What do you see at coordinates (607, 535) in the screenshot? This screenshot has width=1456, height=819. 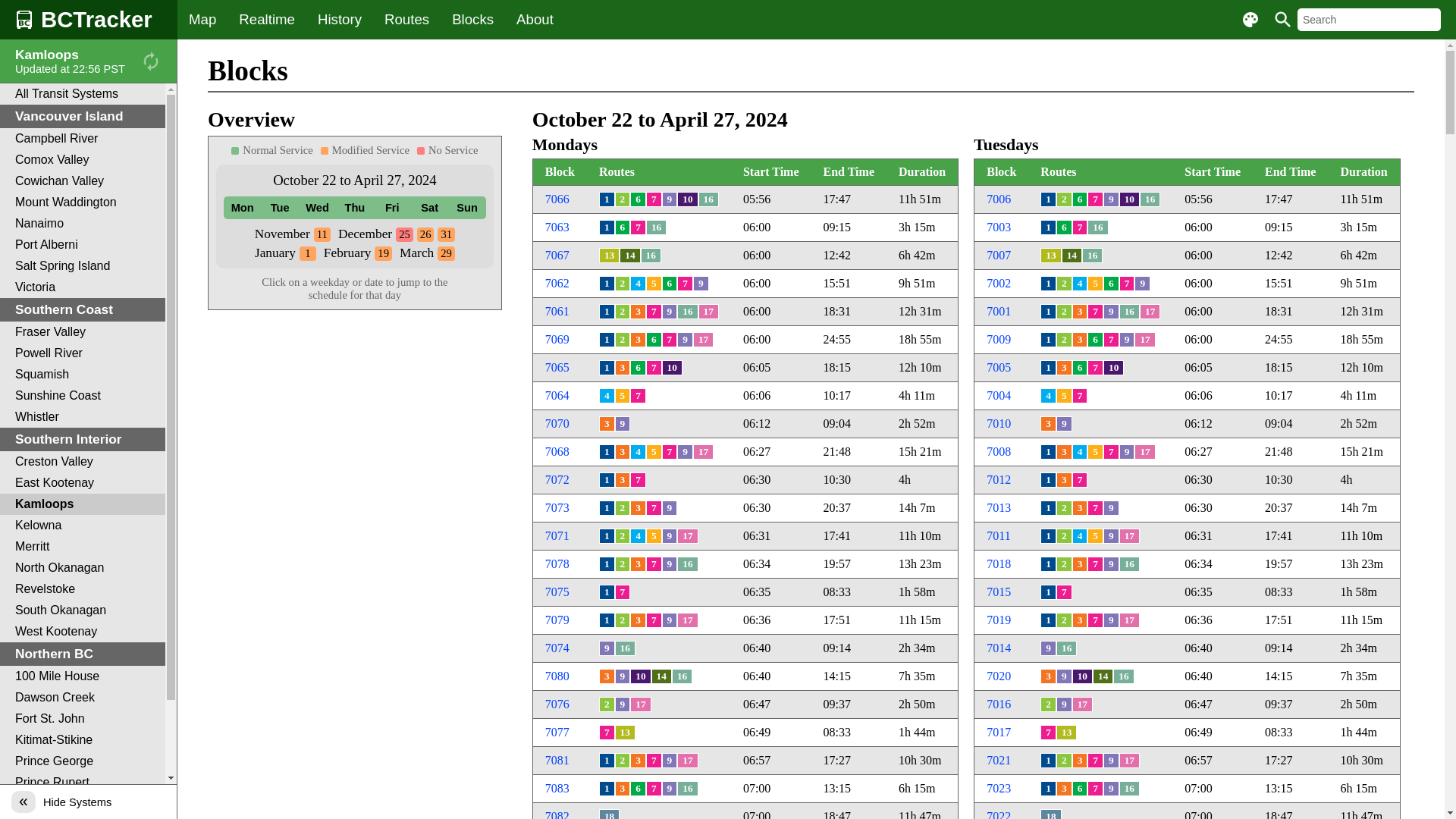 I see `'1'` at bounding box center [607, 535].